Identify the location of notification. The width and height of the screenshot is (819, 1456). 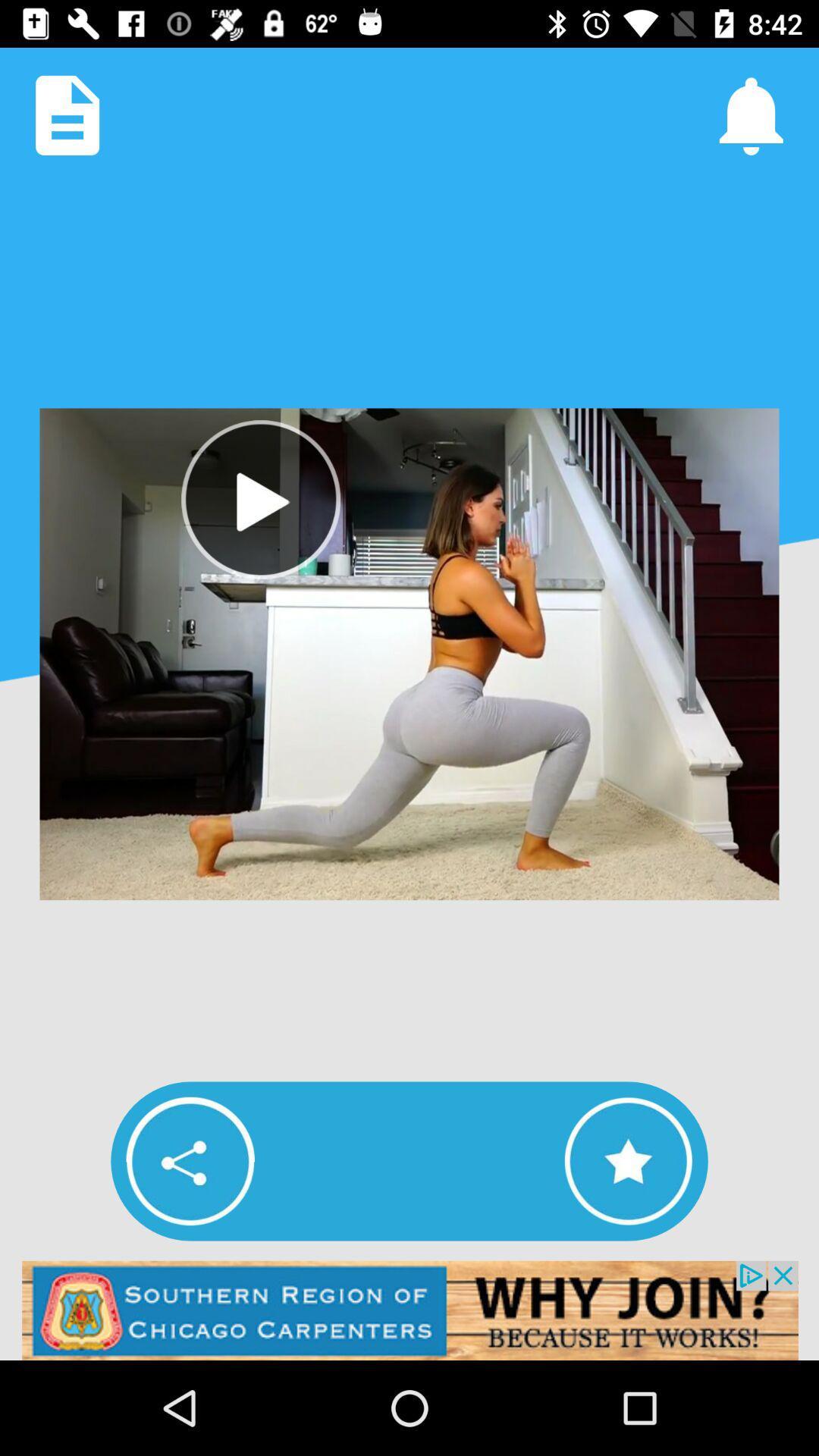
(751, 115).